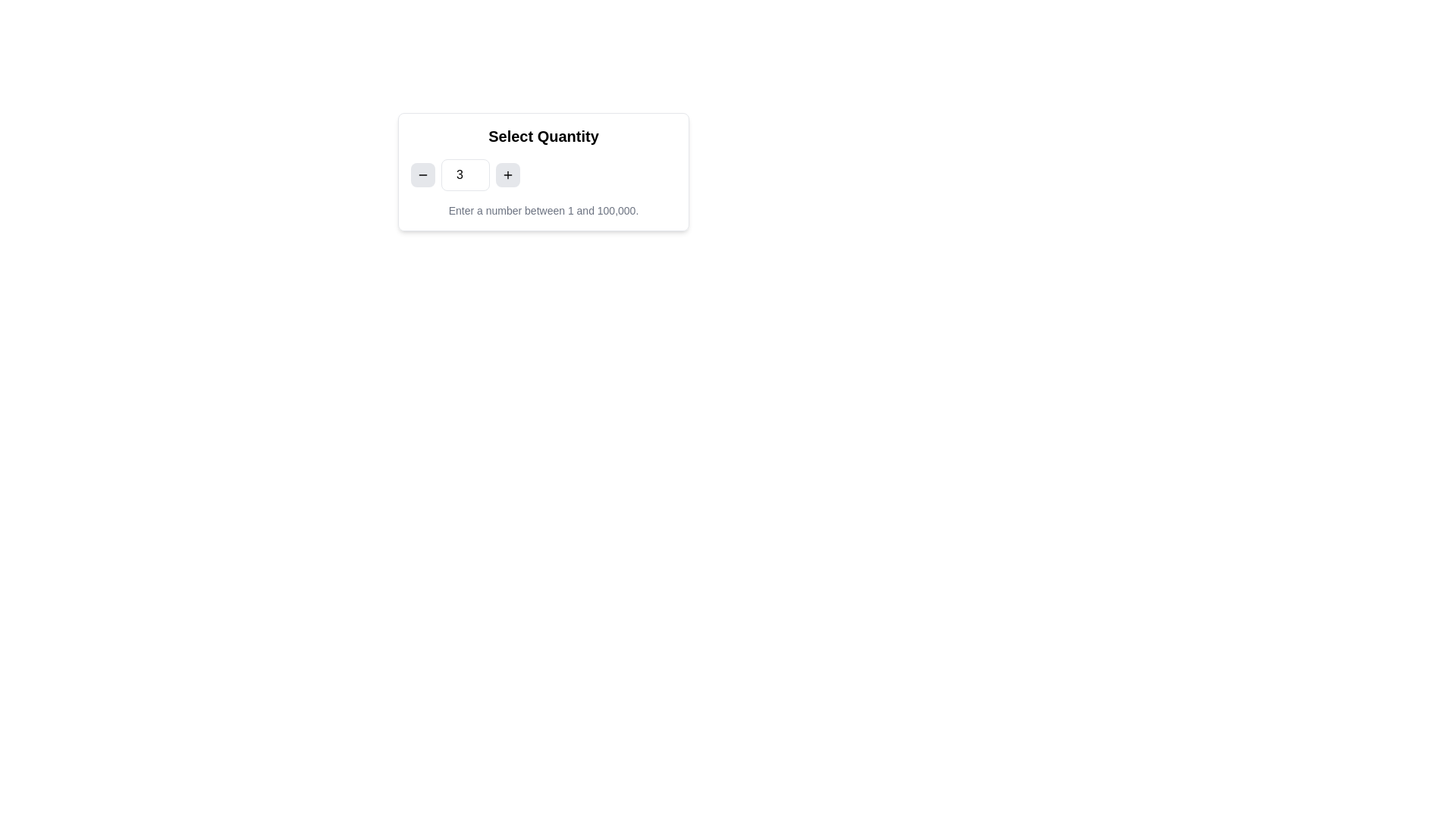 The width and height of the screenshot is (1456, 819). I want to click on the decrease icon located within the button on the left side of the 'Select Quantity' section to provide visual feedback, so click(422, 174).